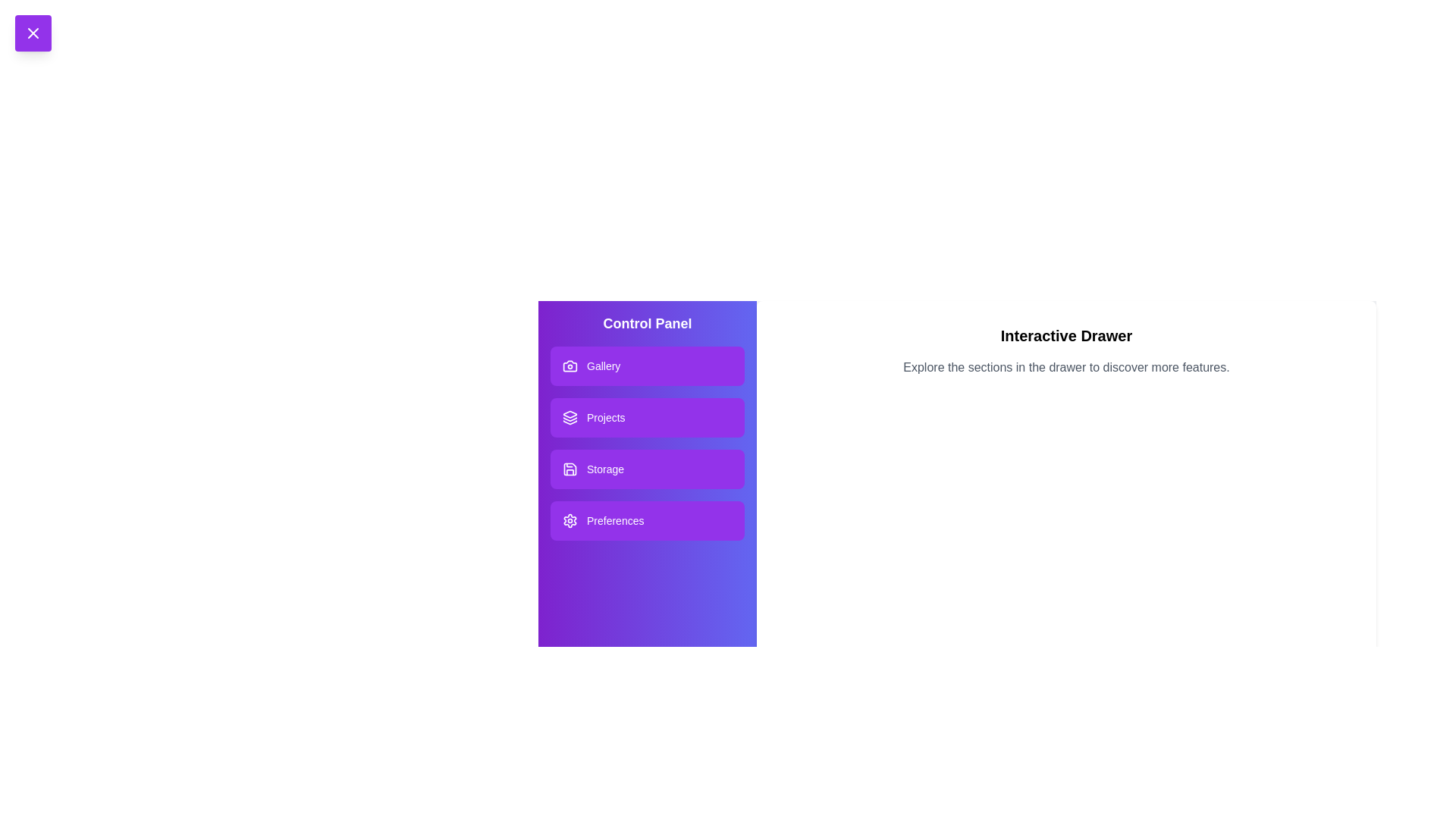 The image size is (1456, 819). What do you see at coordinates (648, 468) in the screenshot?
I see `the Storage section in the drawer` at bounding box center [648, 468].